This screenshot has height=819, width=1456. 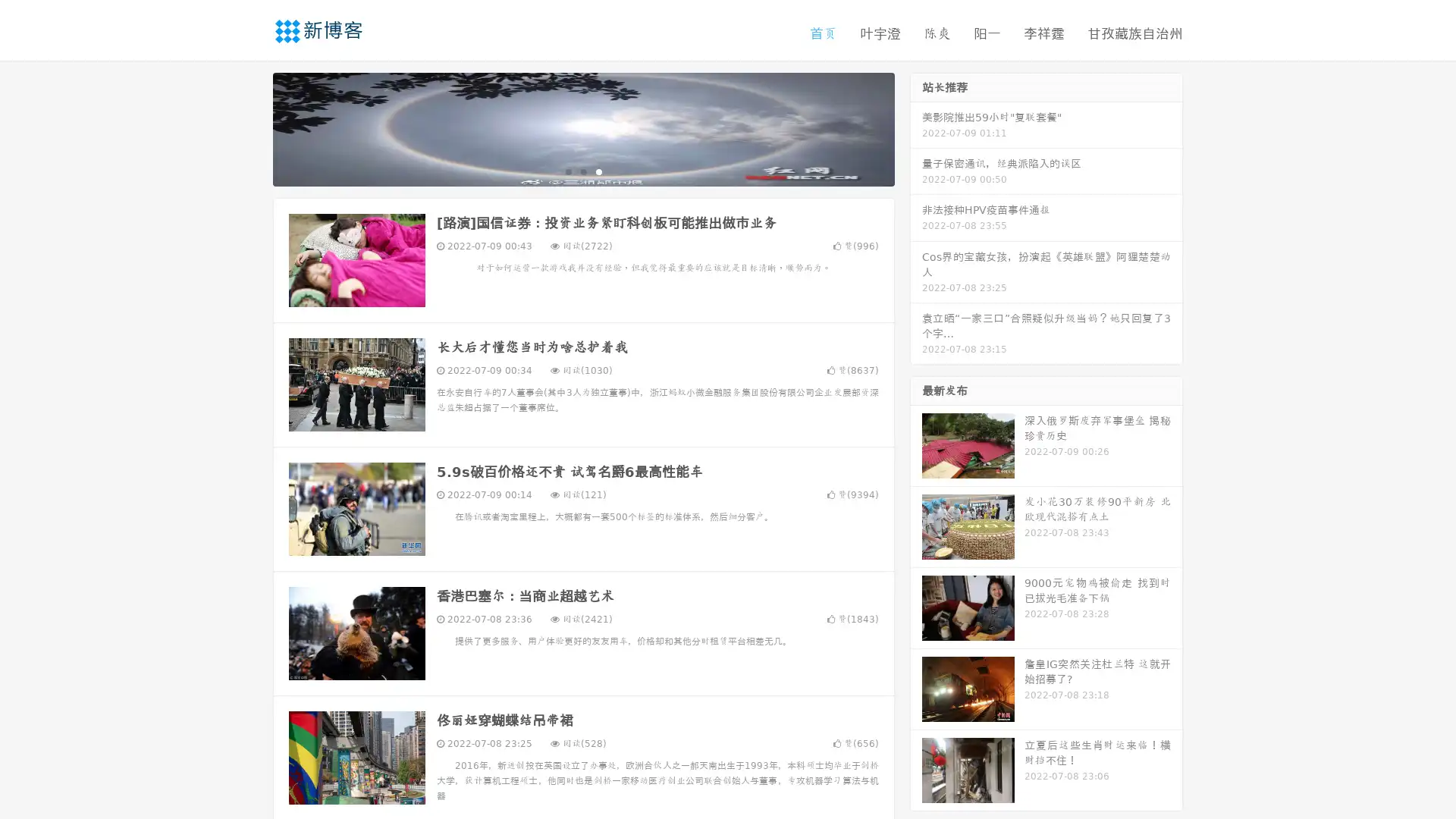 What do you see at coordinates (916, 127) in the screenshot?
I see `Next slide` at bounding box center [916, 127].